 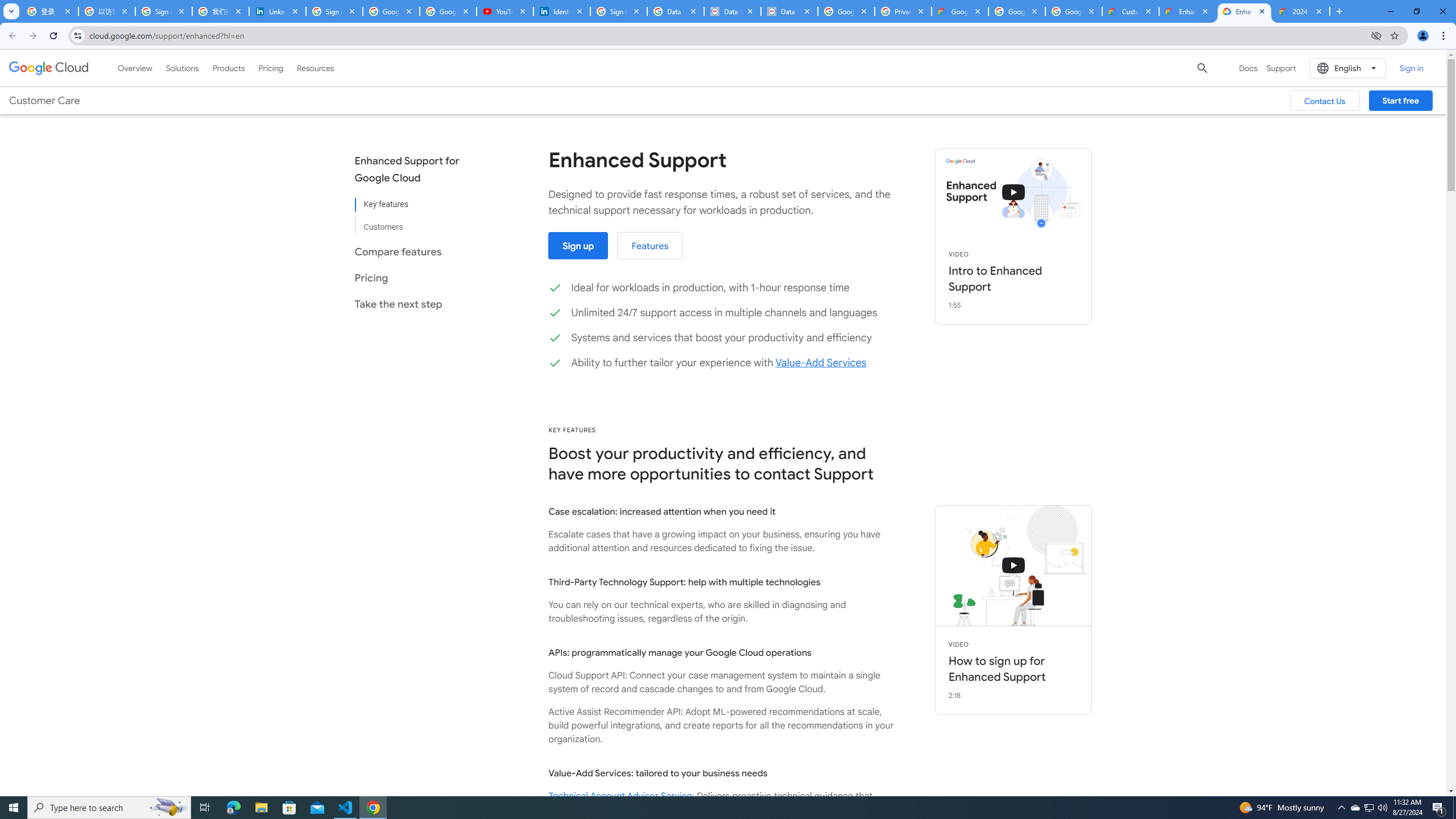 I want to click on 'Google Cloud', so click(x=48, y=67).